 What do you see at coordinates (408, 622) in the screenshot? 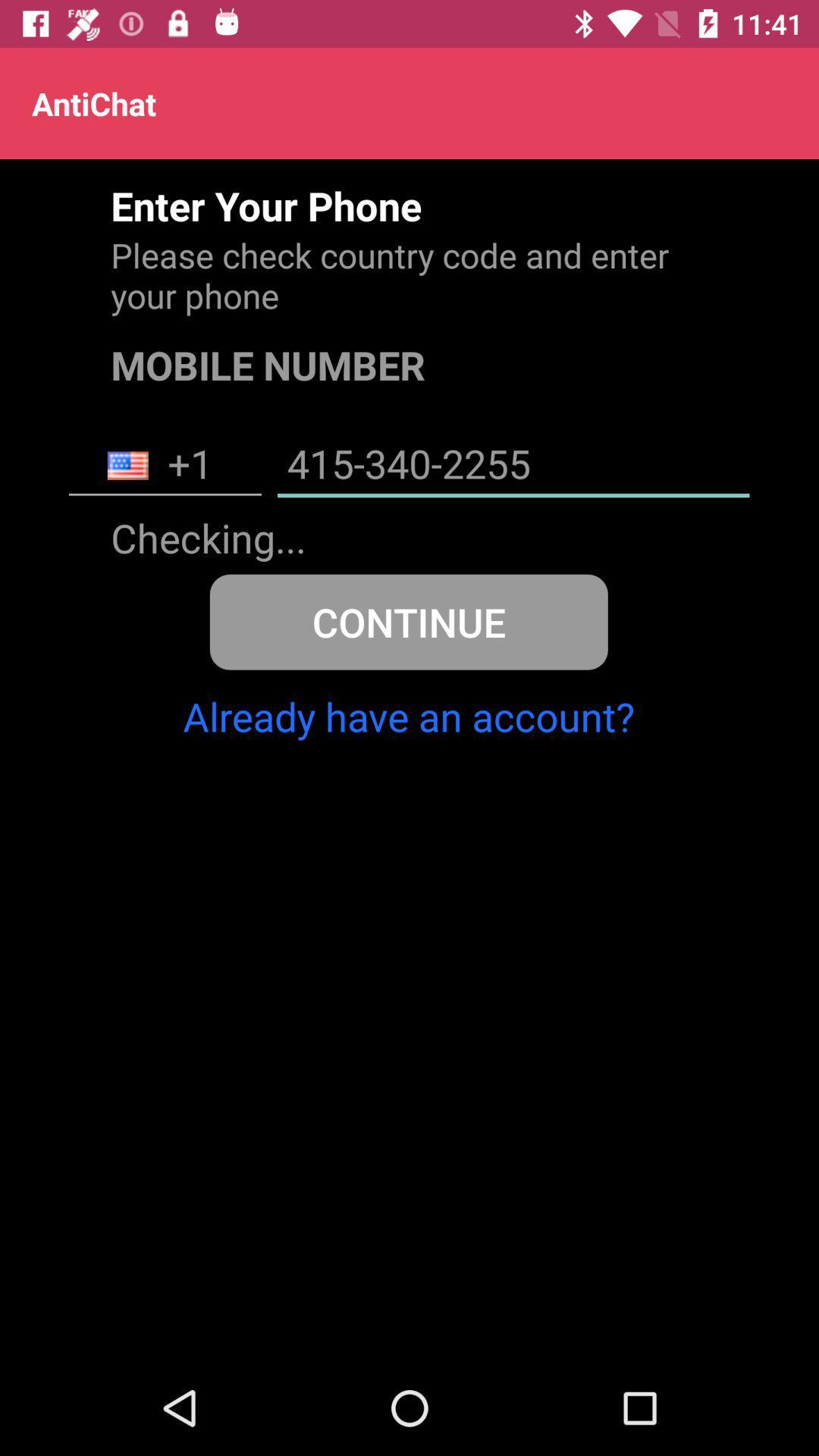
I see `continue` at bounding box center [408, 622].